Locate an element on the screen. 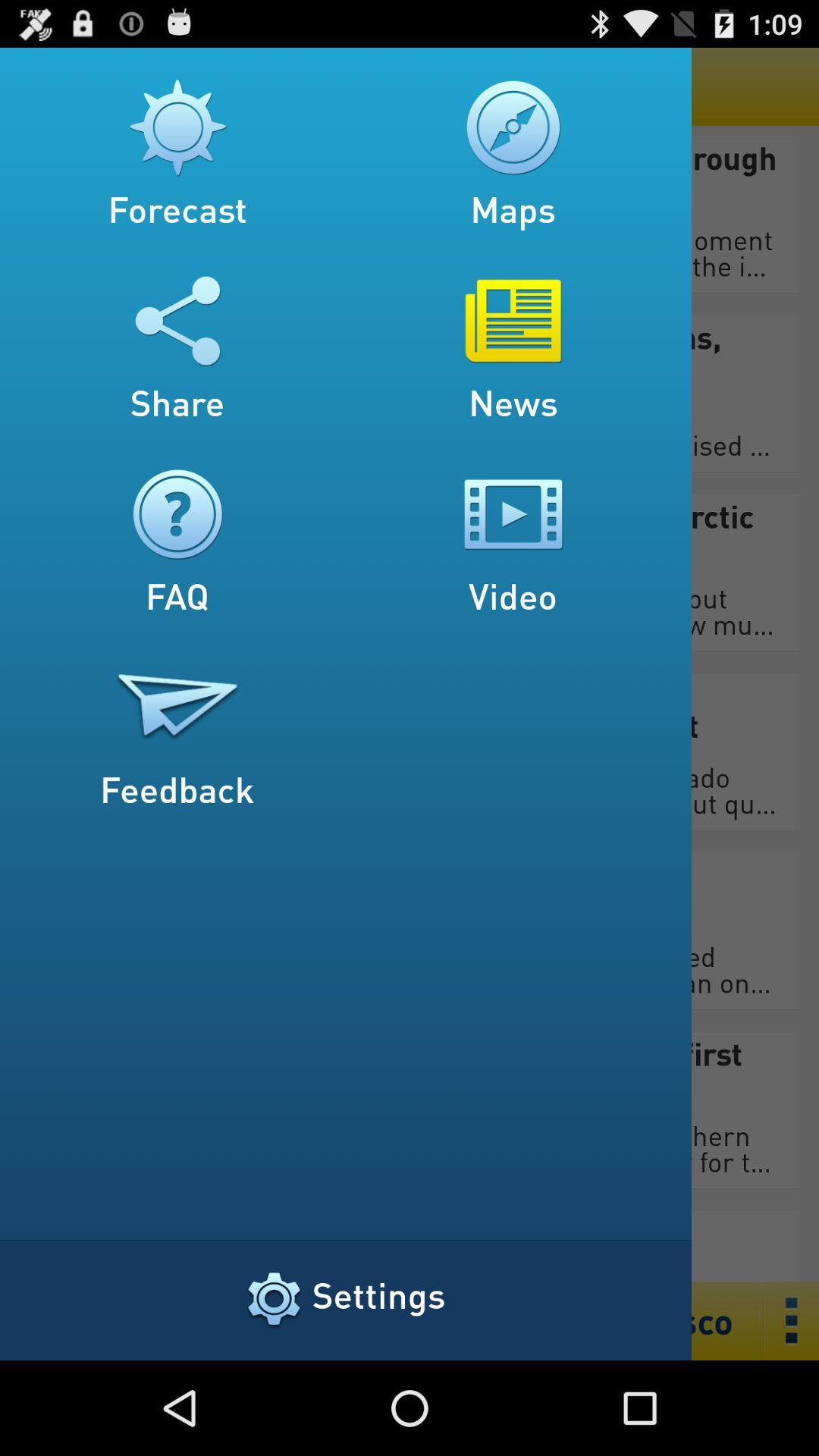 The height and width of the screenshot is (1456, 819). the more icon is located at coordinates (791, 1413).